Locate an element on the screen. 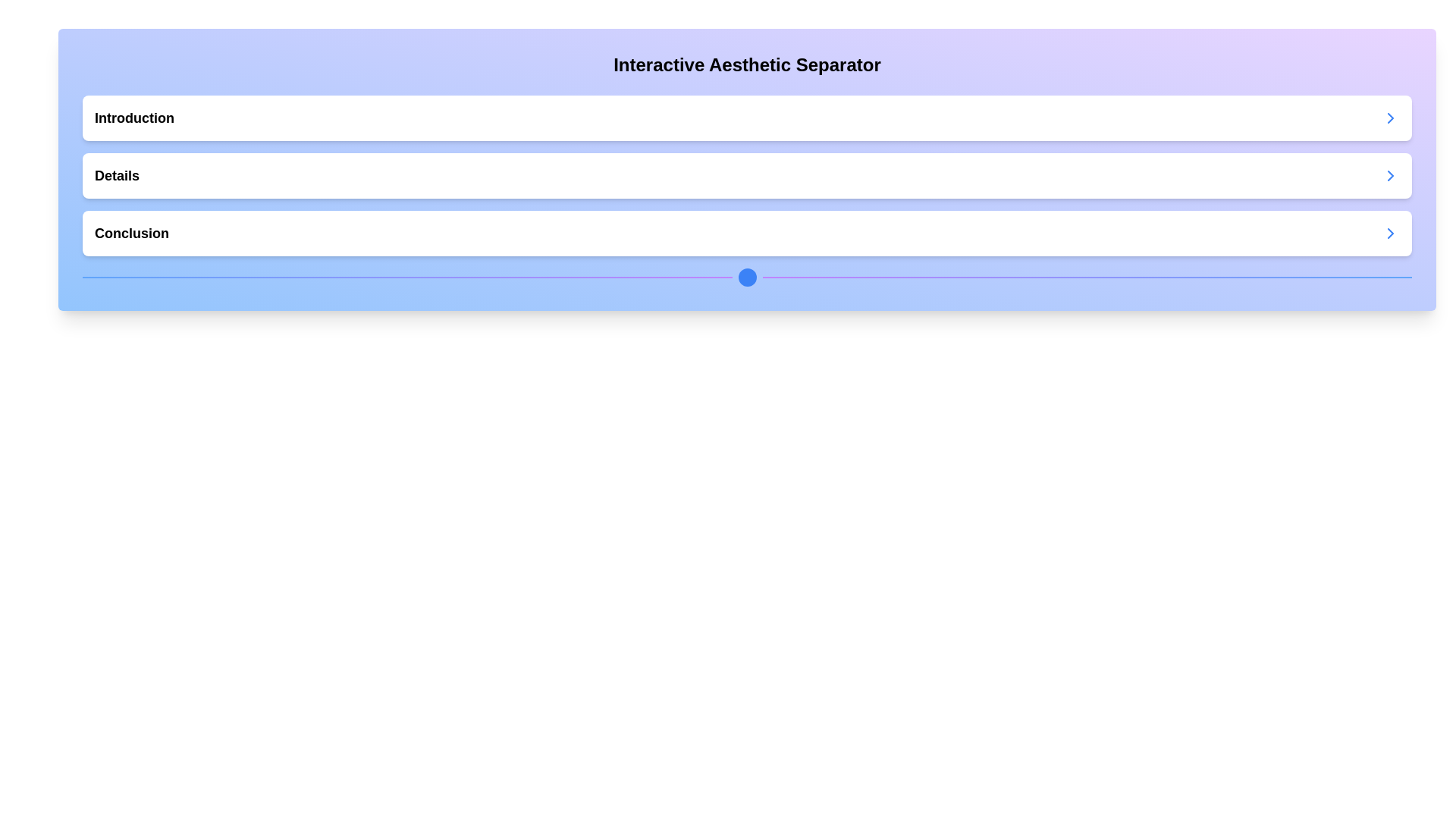  the icon located on the far right of the second row labeled 'Details' in the expandable section of the interface to trigger the expansion or navigation of the 'Details' section is located at coordinates (1390, 174).